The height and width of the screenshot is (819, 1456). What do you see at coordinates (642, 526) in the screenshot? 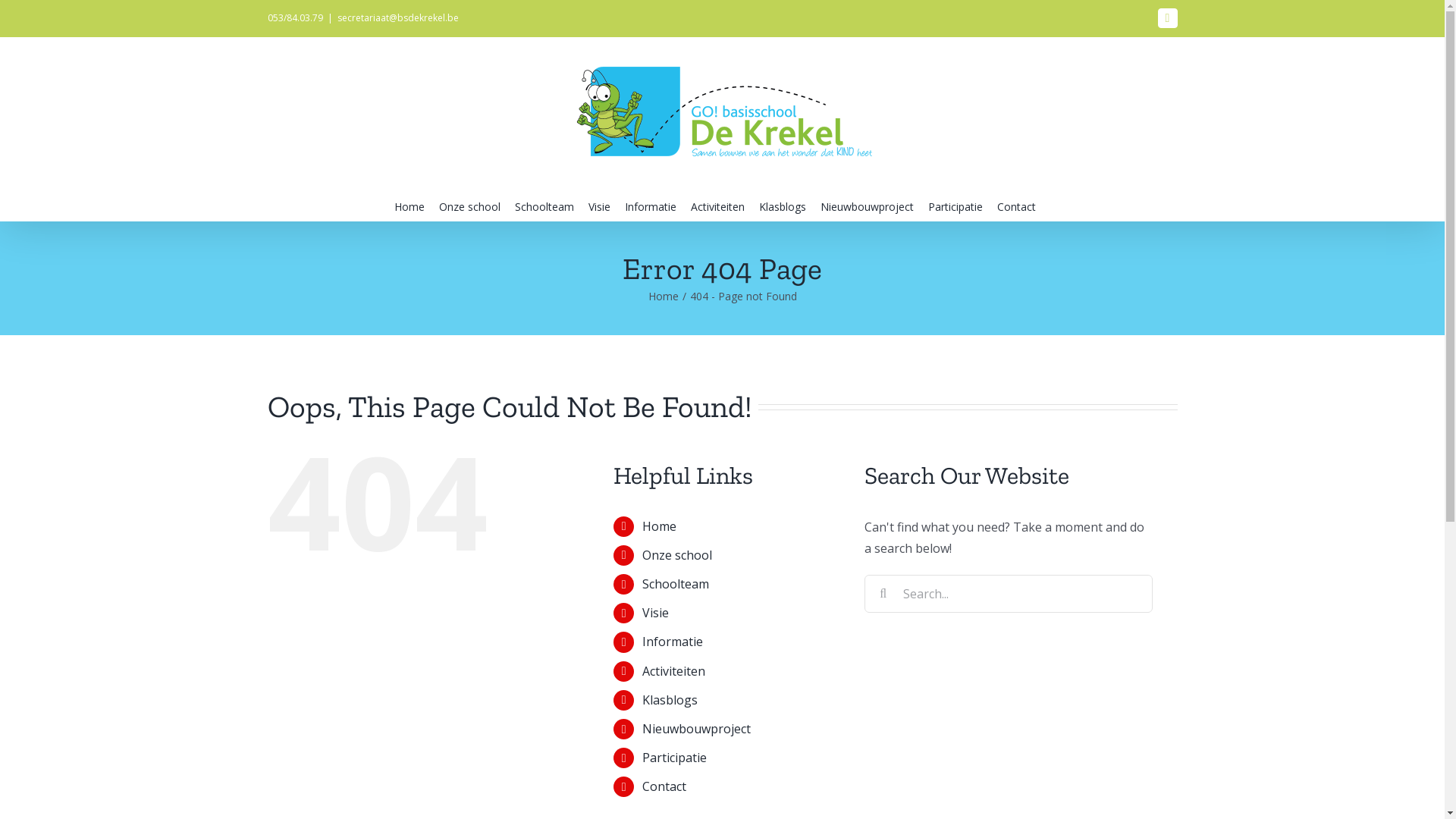
I see `'Home'` at bounding box center [642, 526].